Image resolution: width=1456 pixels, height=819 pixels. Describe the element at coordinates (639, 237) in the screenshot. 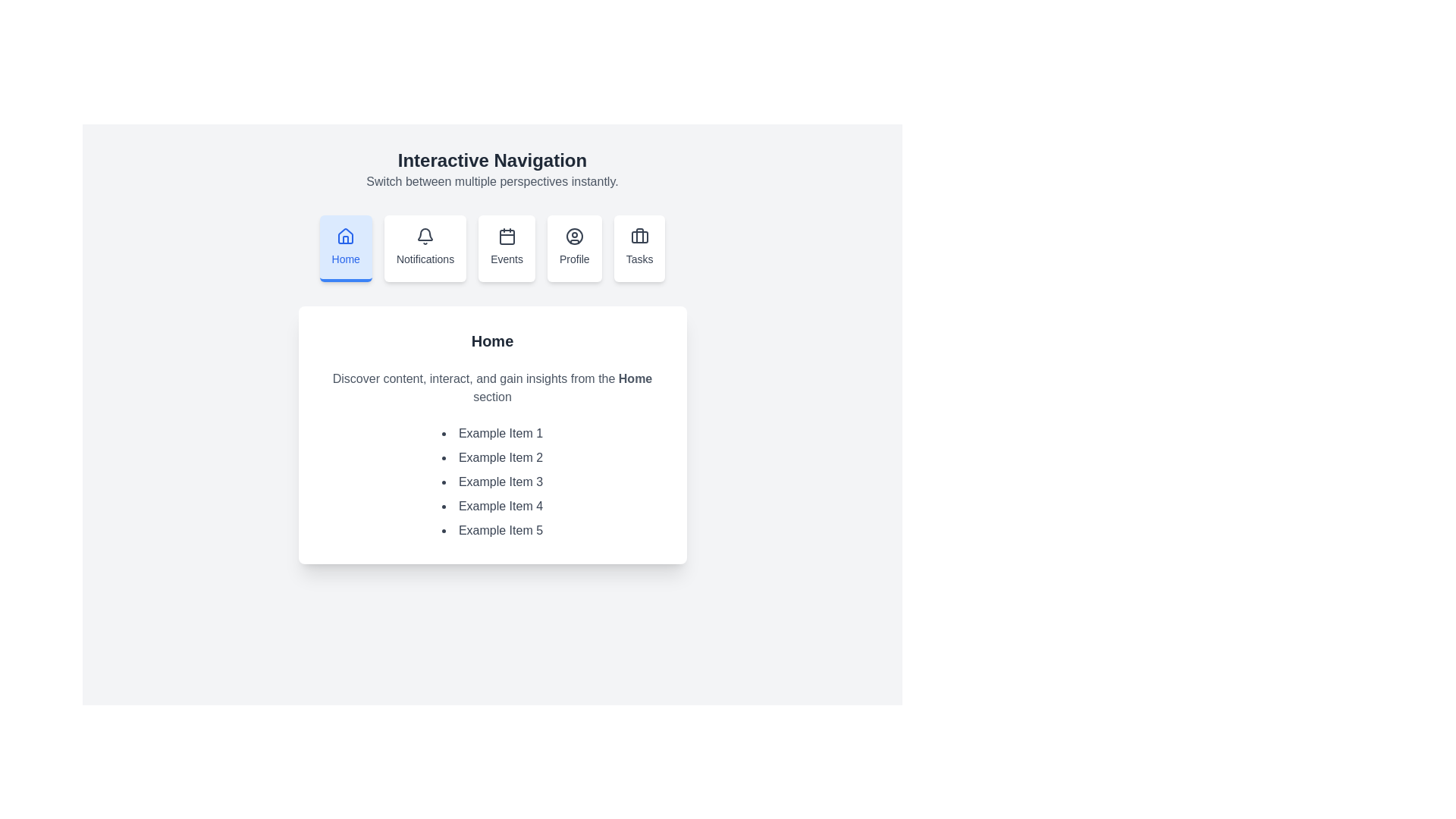

I see `the smaller rectangle within the 'Tasks' tab icon, which represents the 'Tasks' section of the interface` at that location.